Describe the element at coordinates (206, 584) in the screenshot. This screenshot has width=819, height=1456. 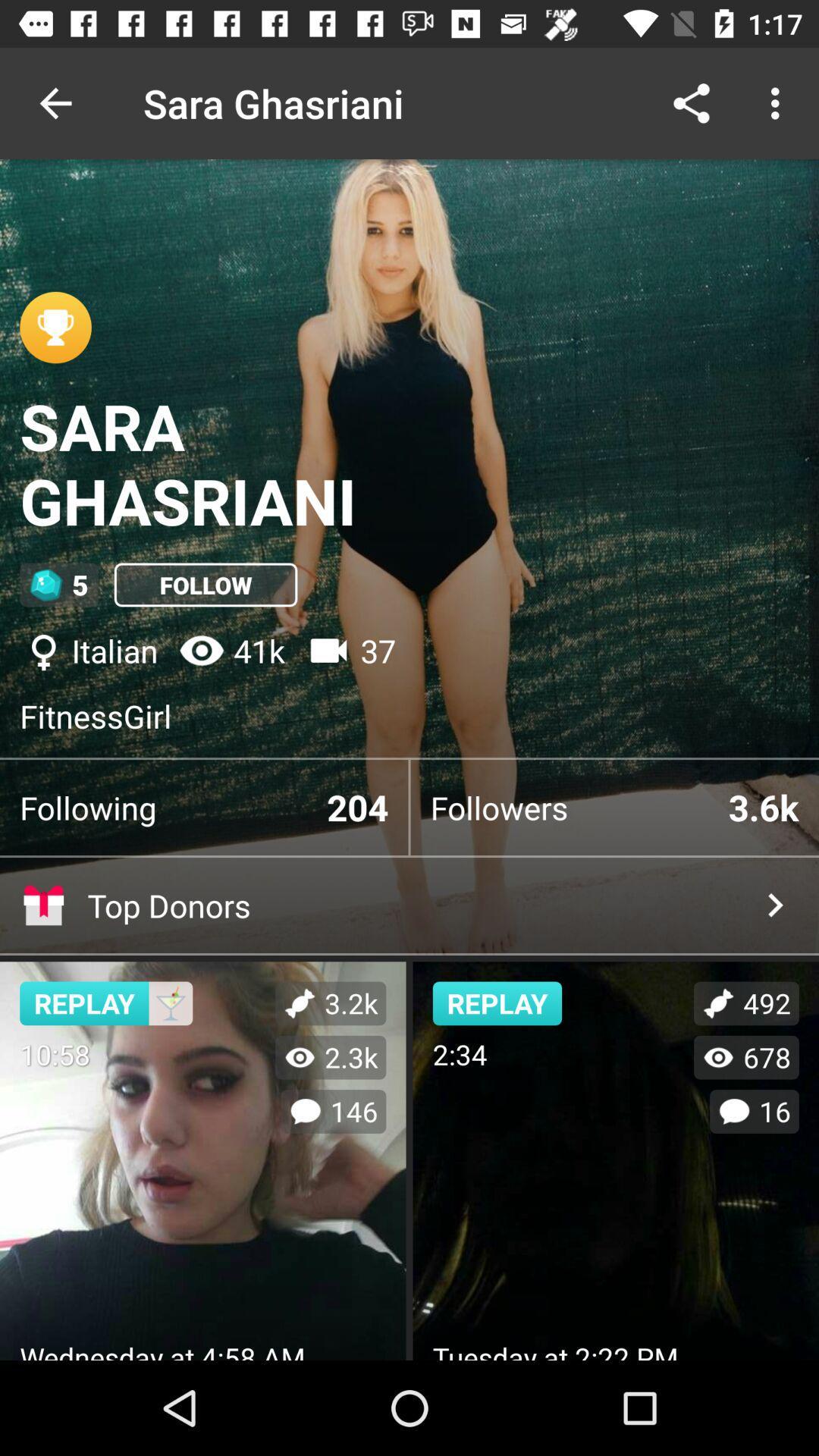
I see `the item to the right of 5 item` at that location.